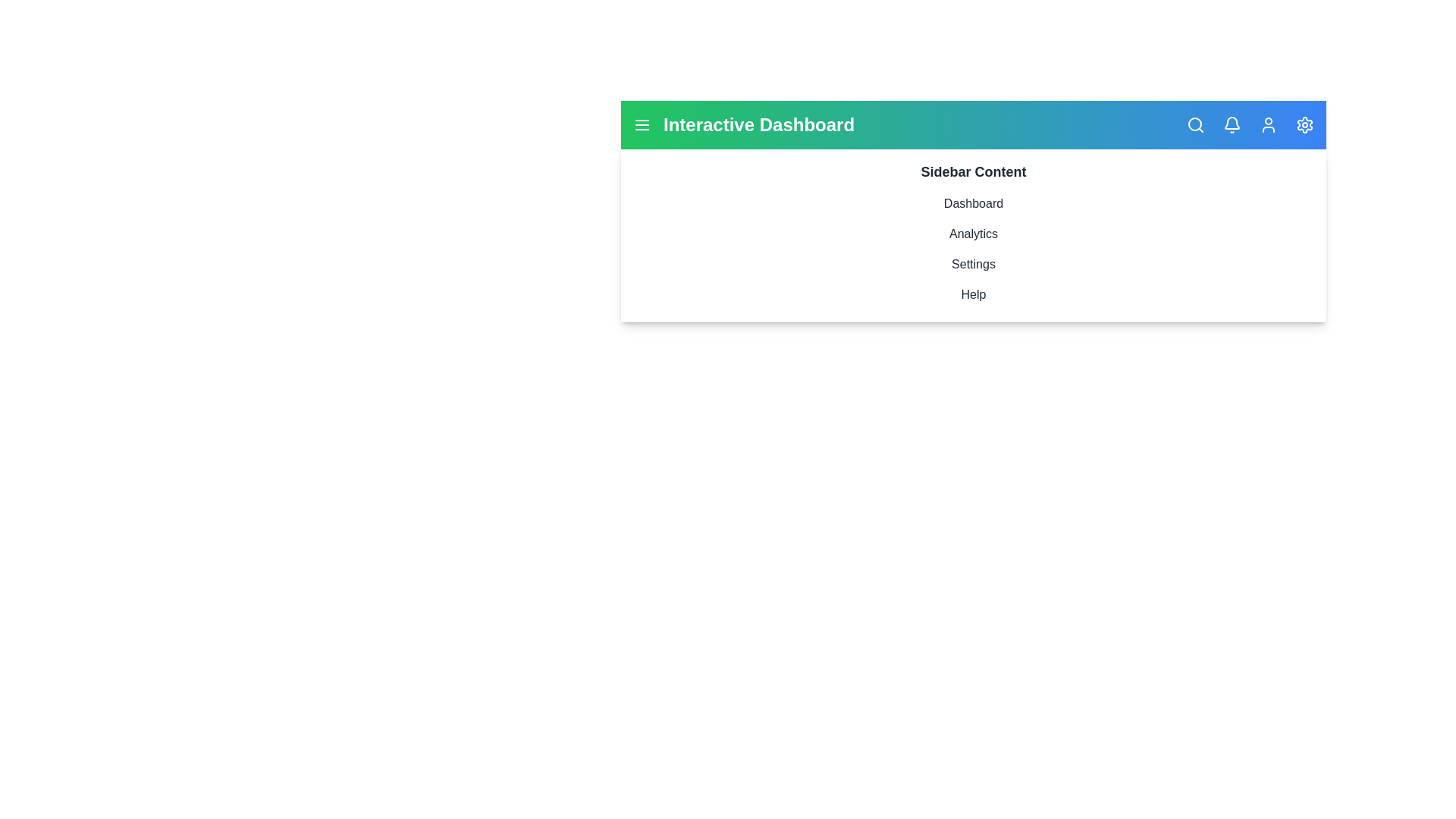 The width and height of the screenshot is (1456, 819). Describe the element at coordinates (973, 295) in the screenshot. I see `the sidebar item Help by clicking on it` at that location.